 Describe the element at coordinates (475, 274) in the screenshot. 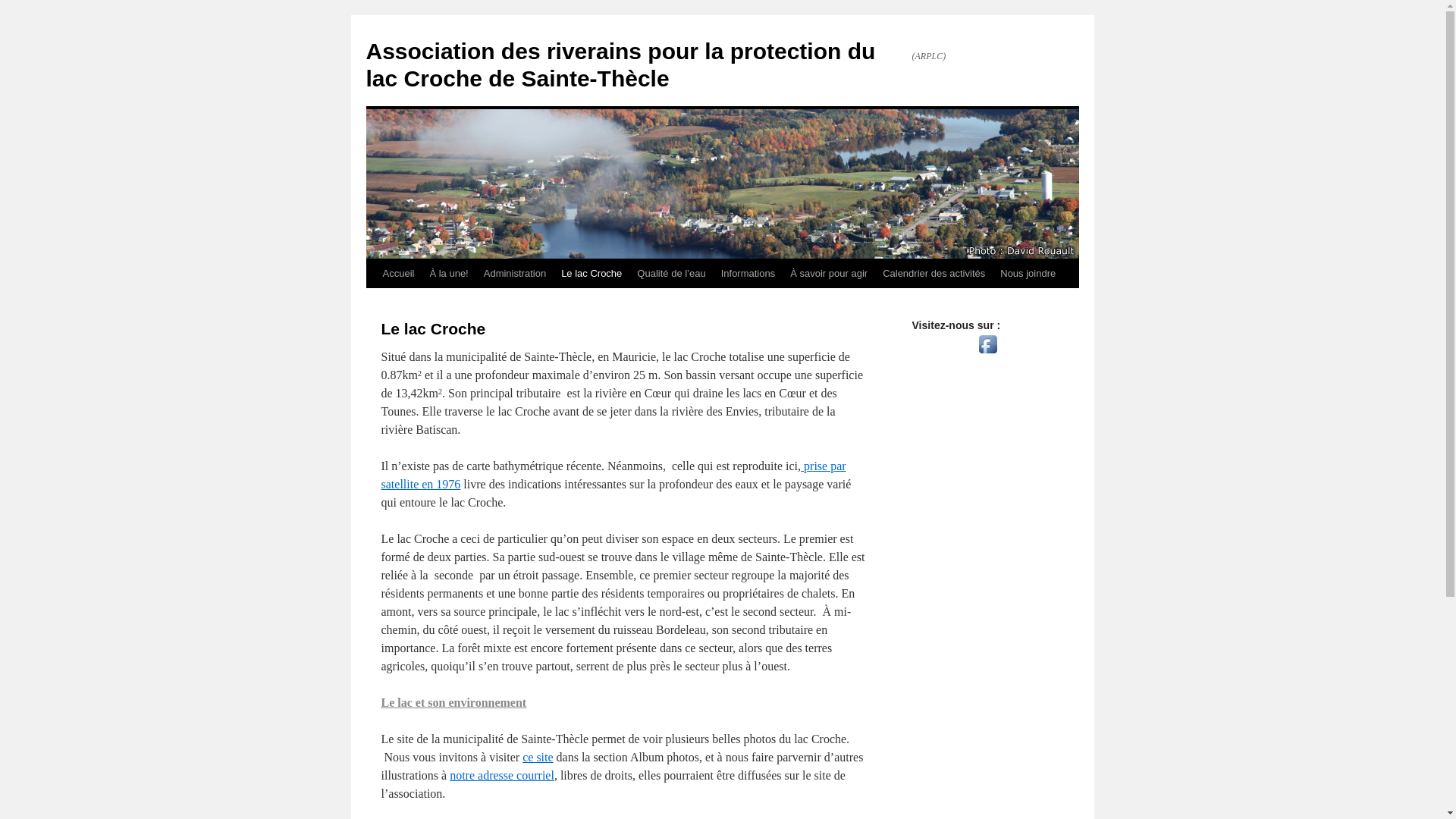

I see `'Administration'` at that location.